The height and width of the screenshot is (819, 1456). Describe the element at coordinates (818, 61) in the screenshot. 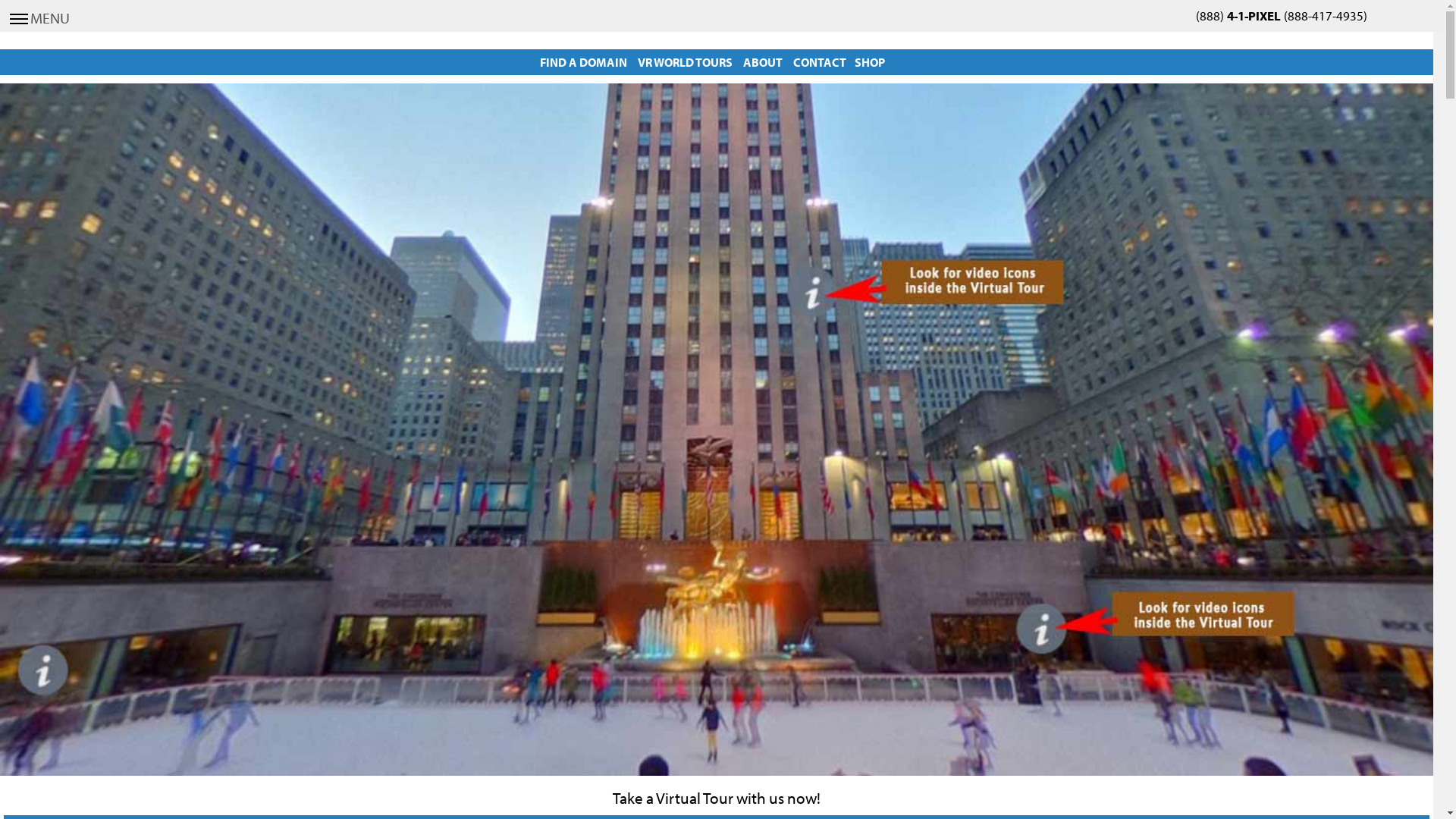

I see `'CONTACT'` at that location.